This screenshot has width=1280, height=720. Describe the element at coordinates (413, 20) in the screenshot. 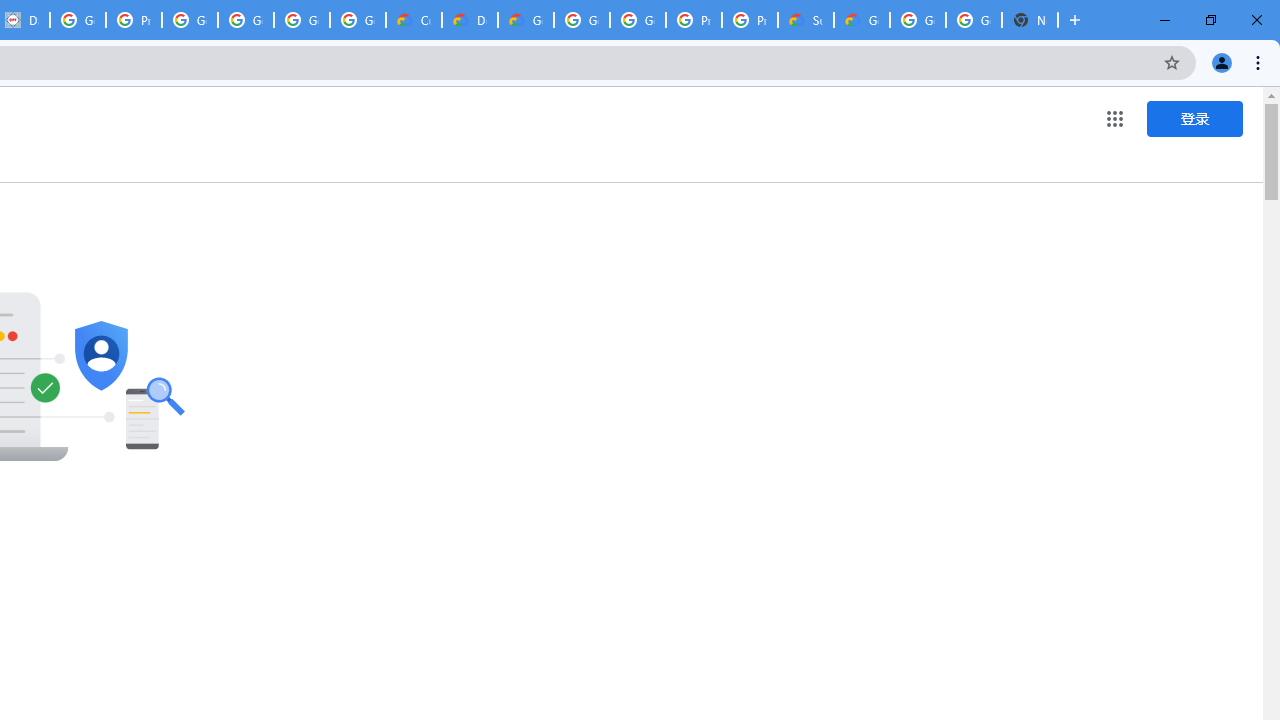

I see `'Customer Care | Google Cloud'` at that location.